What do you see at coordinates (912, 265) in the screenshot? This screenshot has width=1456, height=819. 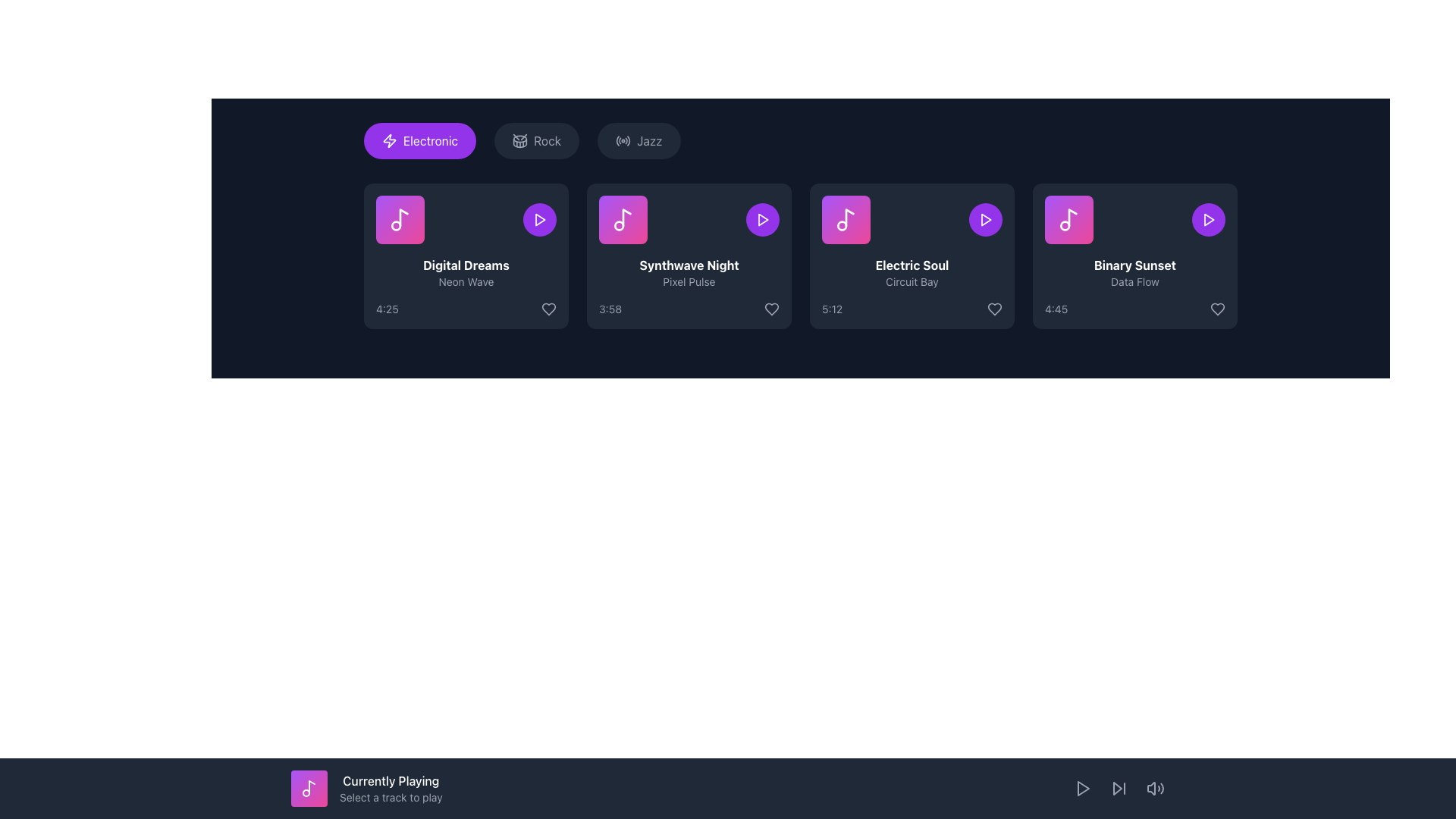 I see `the text label displaying 'Electric Soul' in bold white font, which is centrally located within the card above 'Circuit Bay'` at bounding box center [912, 265].